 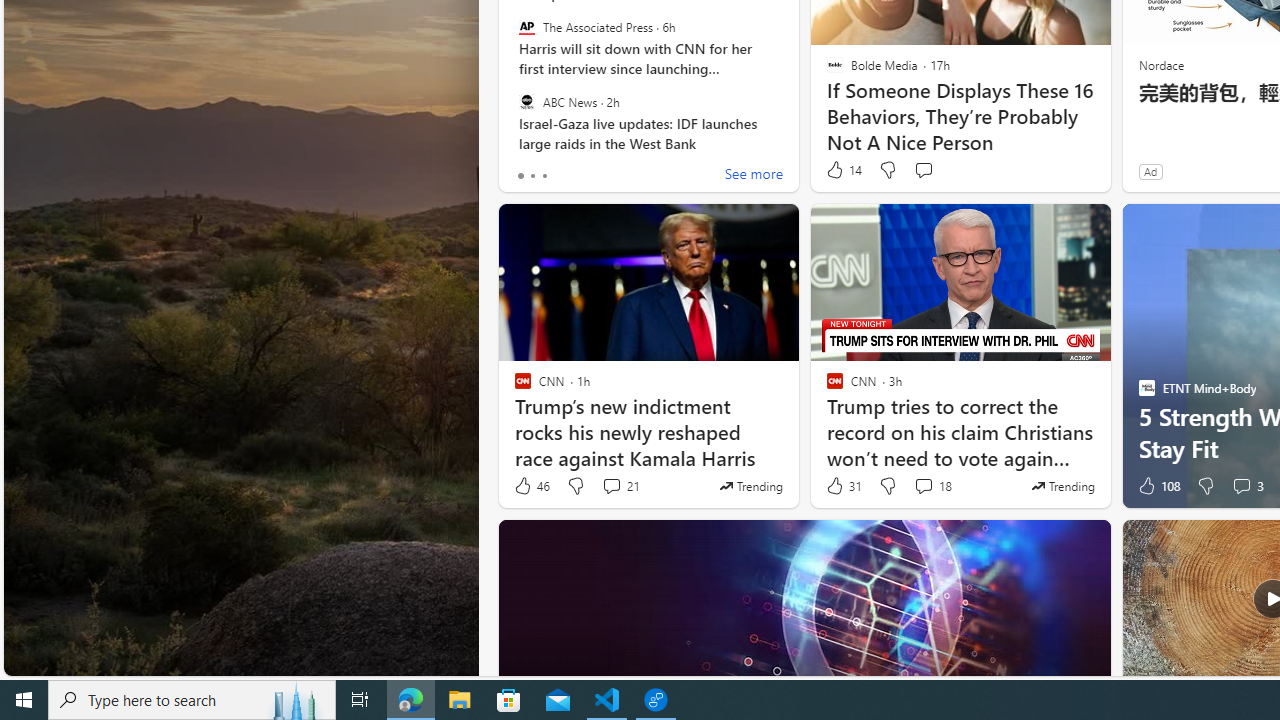 I want to click on 'View comments 21 Comment', so click(x=619, y=486).